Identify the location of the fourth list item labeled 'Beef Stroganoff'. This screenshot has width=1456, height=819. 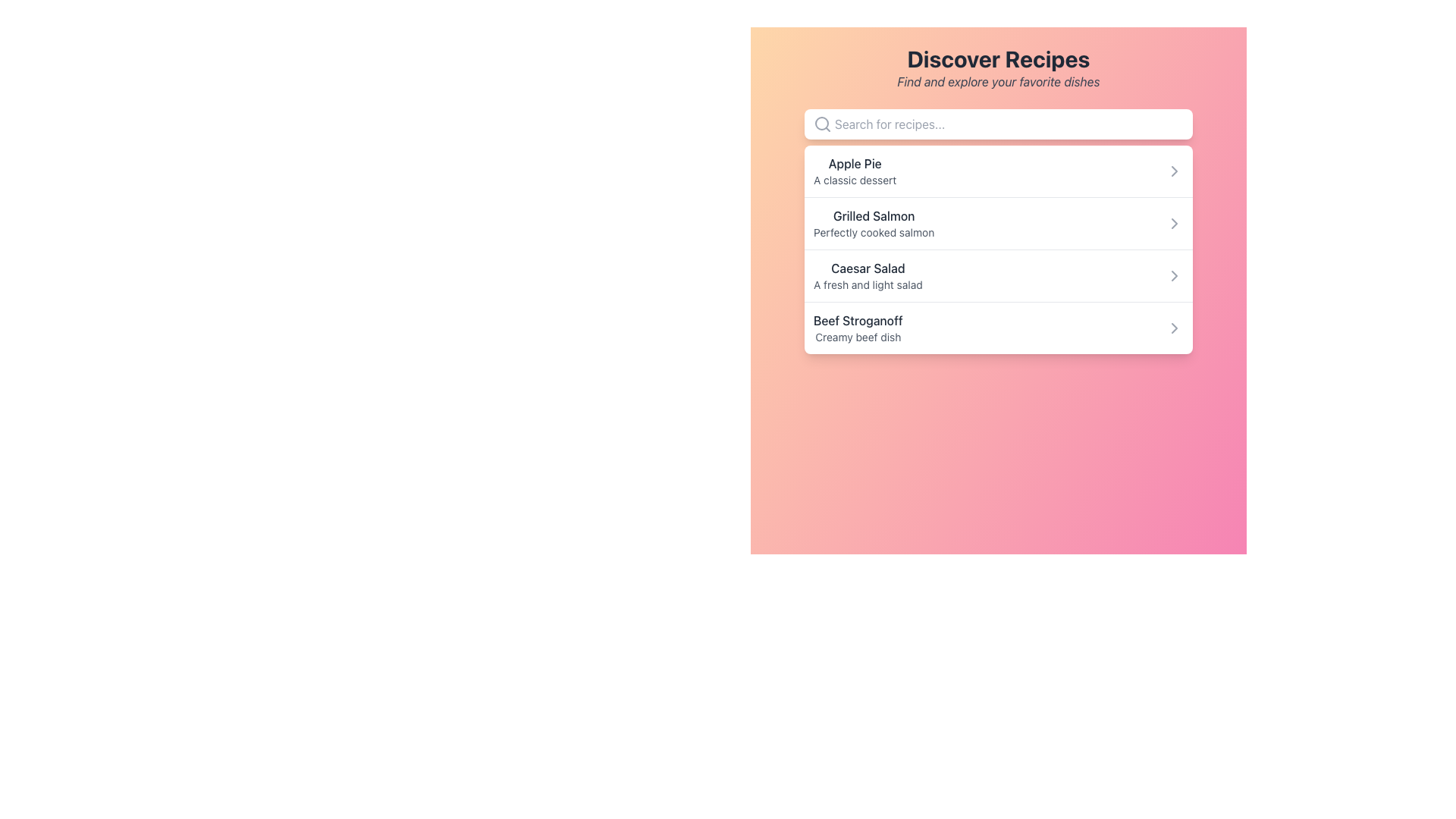
(858, 327).